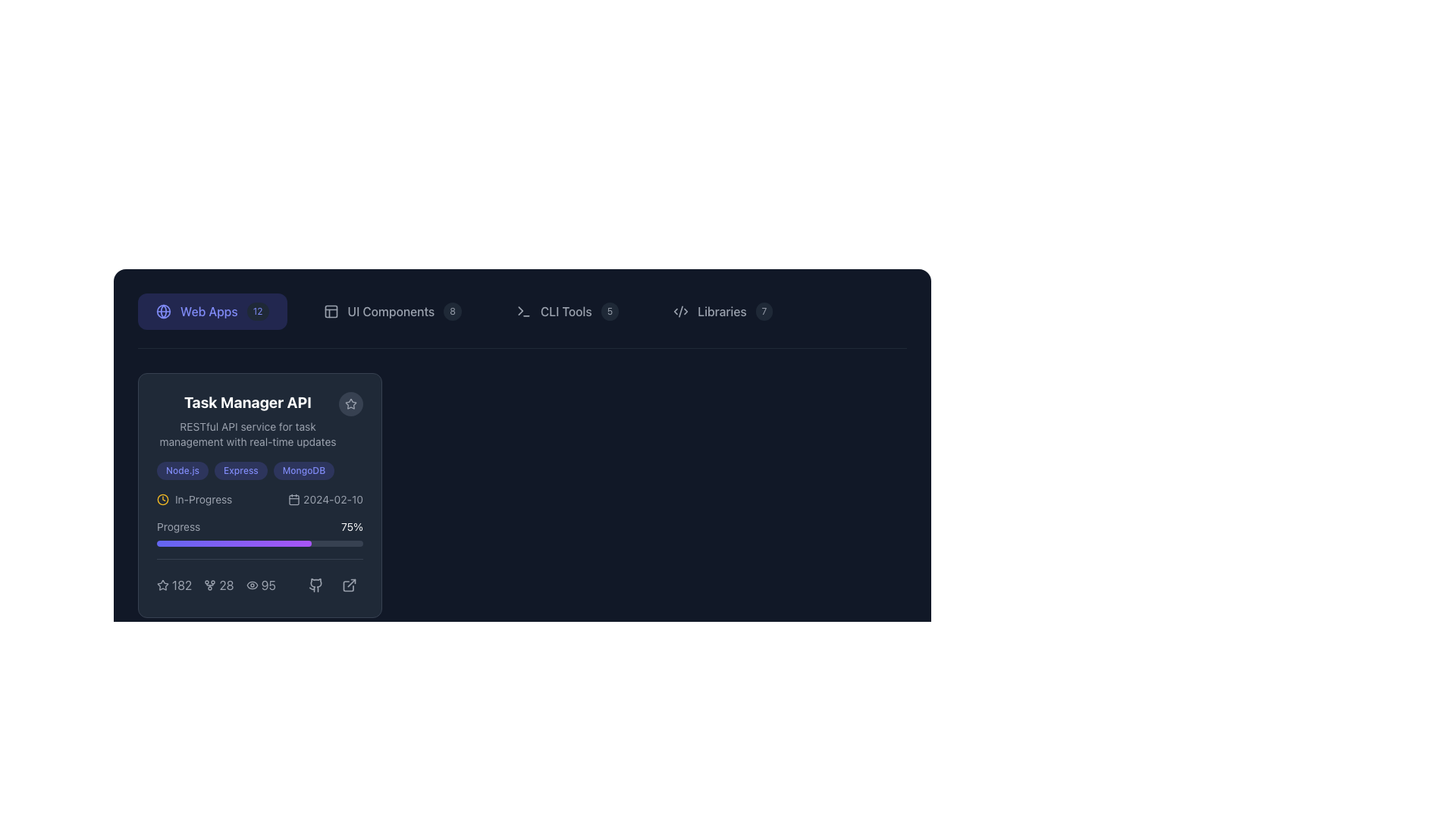 The width and height of the screenshot is (1456, 819). What do you see at coordinates (524, 311) in the screenshot?
I see `the terminal icon with a command prompt symbol (>) and a horizontal line (–) in the 'CLI Tools' menu, located in the navigation bar at the top of the interface` at bounding box center [524, 311].